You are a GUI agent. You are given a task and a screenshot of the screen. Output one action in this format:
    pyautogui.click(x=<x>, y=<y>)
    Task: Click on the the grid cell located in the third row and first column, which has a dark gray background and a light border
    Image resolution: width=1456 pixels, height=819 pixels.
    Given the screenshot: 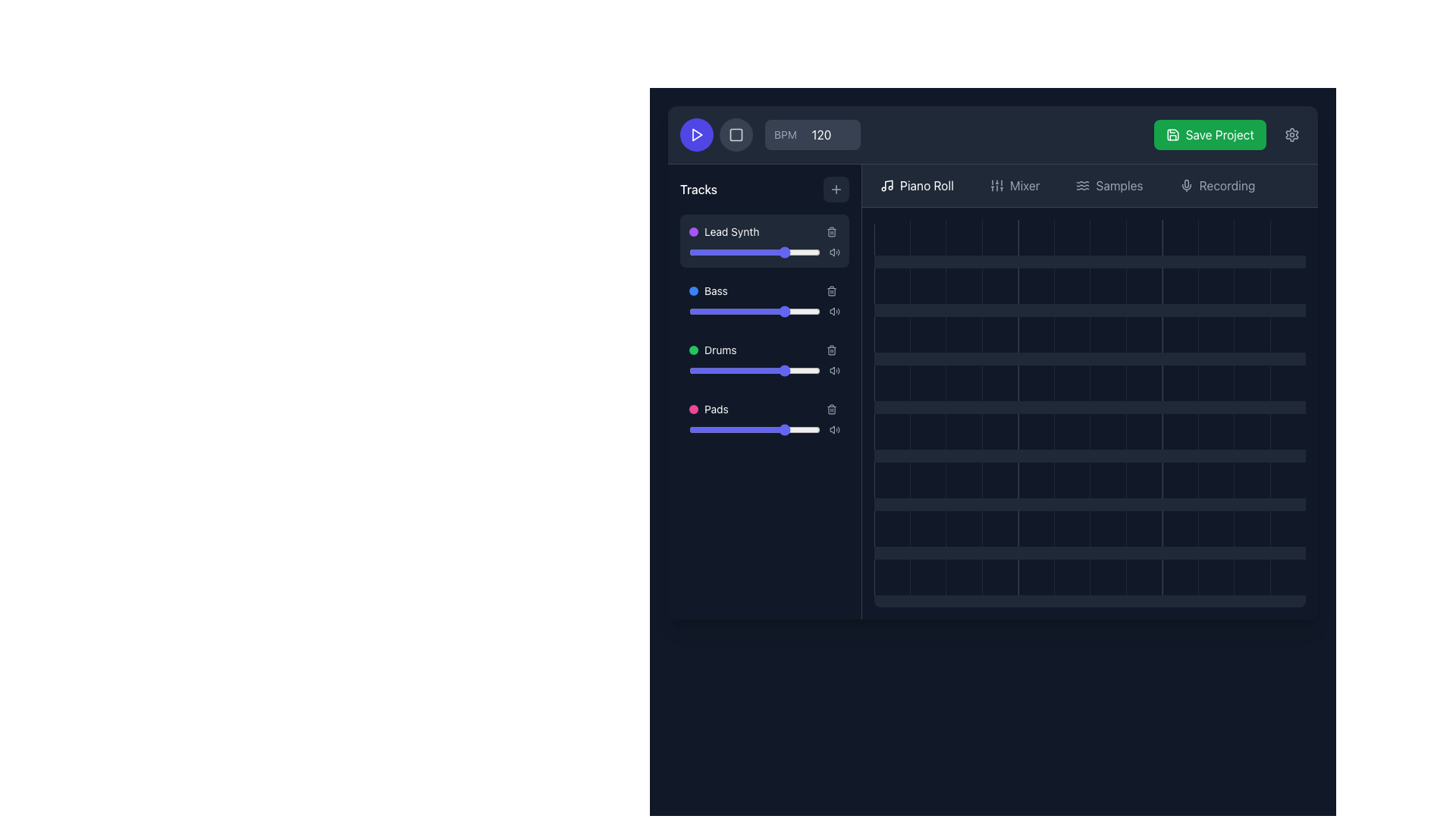 What is the action you would take?
    pyautogui.click(x=892, y=334)
    